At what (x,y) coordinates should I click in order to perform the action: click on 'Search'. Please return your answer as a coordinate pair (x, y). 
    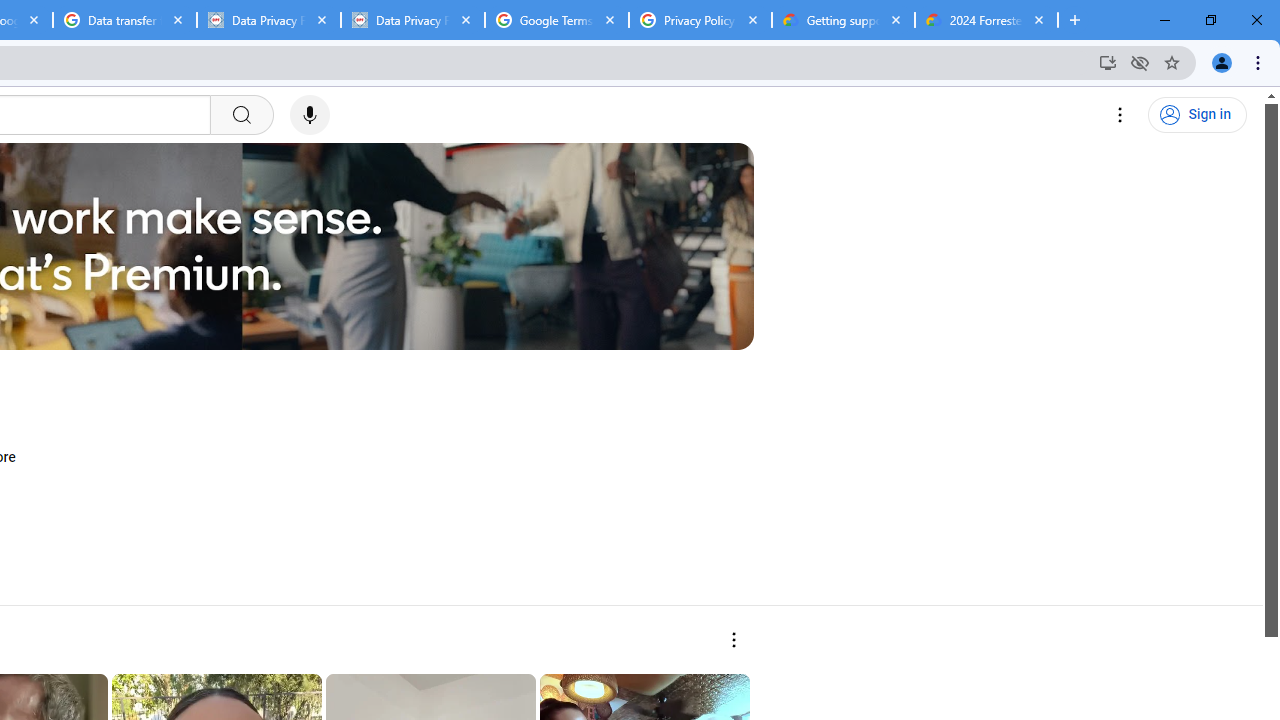
    Looking at the image, I should click on (240, 115).